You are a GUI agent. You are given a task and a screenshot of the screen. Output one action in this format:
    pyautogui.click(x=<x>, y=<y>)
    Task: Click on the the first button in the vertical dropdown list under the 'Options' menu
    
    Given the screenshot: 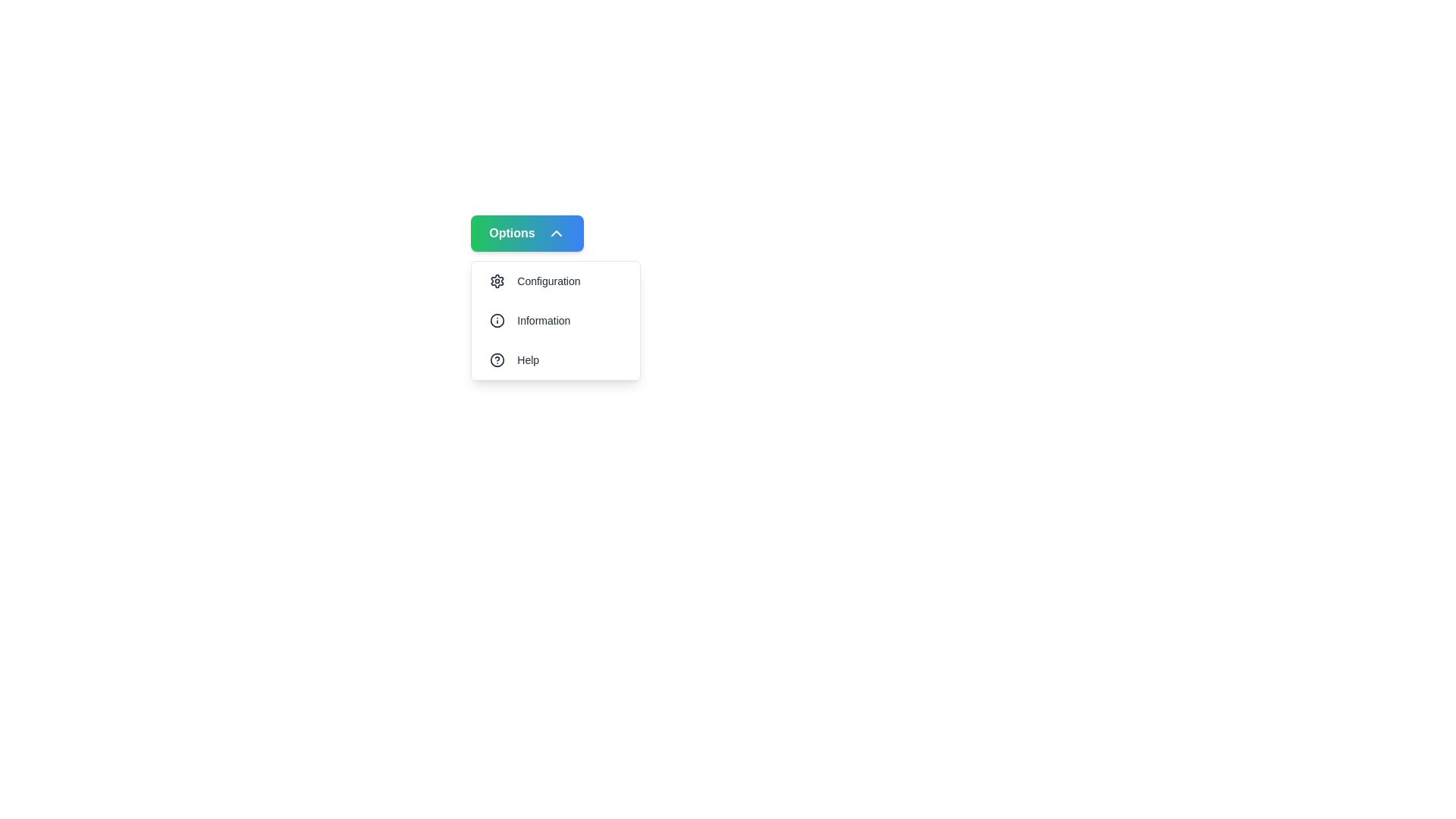 What is the action you would take?
    pyautogui.click(x=555, y=281)
    